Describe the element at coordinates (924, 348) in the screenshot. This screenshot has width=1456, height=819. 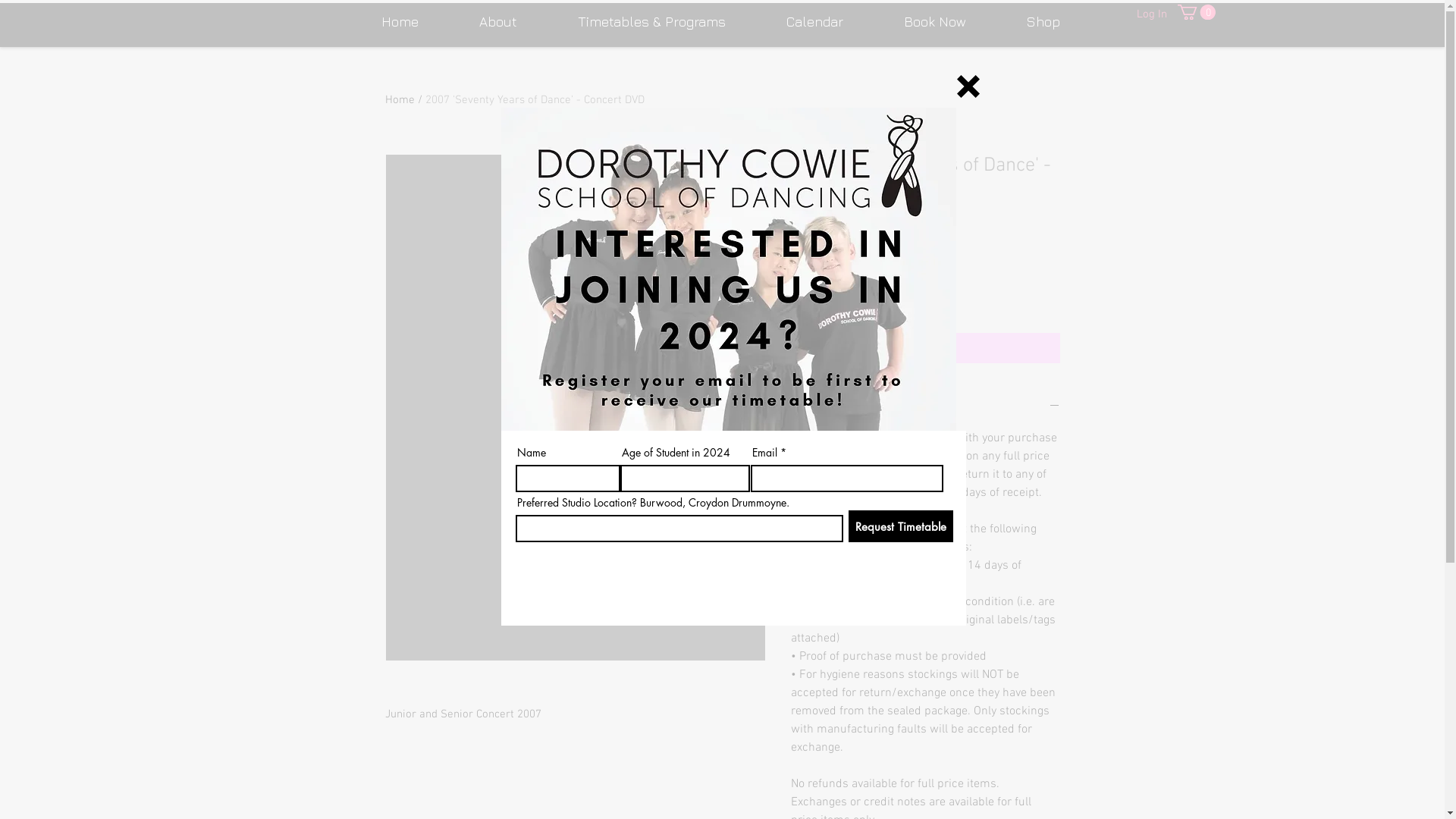
I see `'Add to Cart'` at that location.